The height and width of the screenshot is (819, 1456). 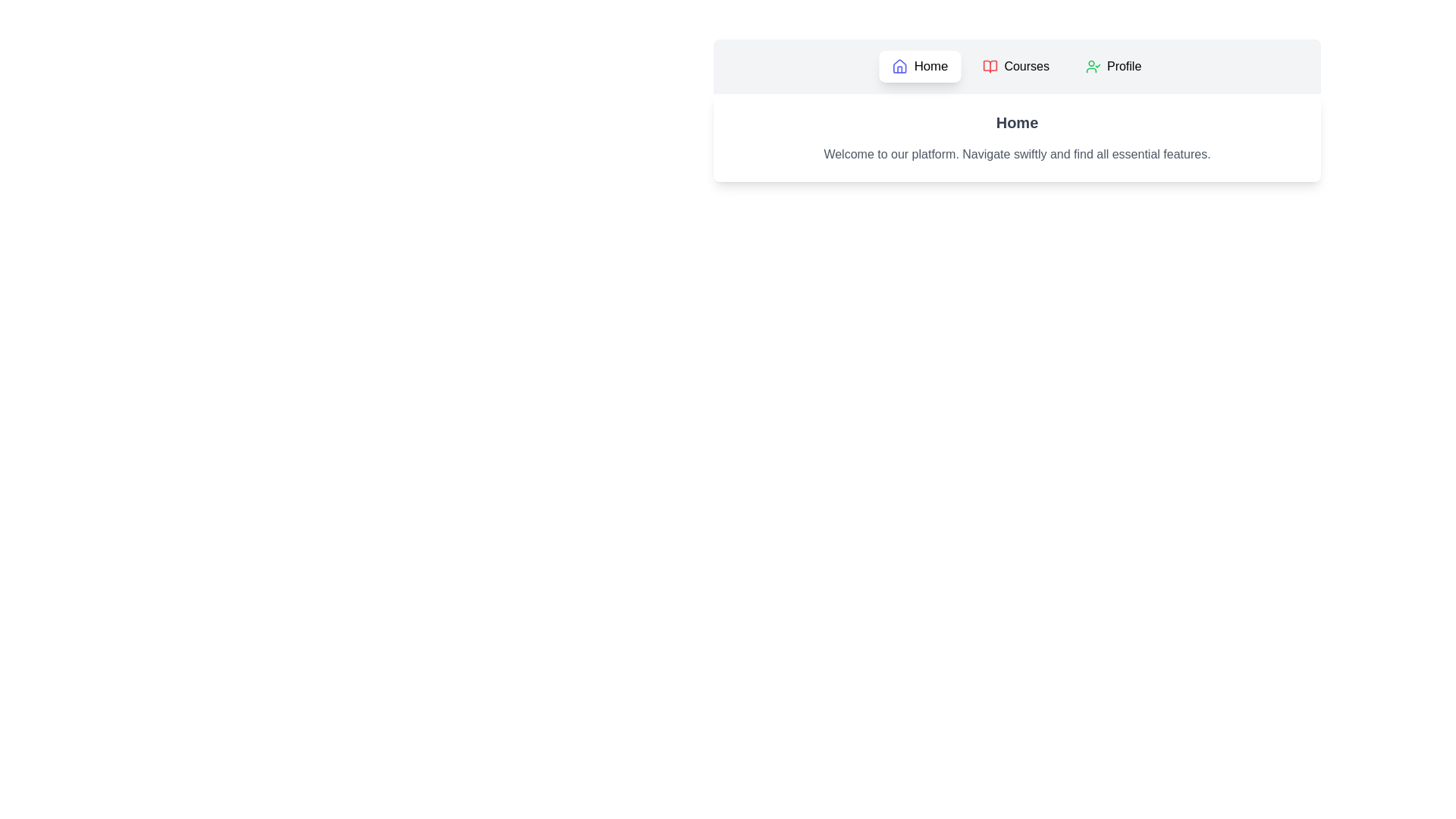 I want to click on the tab labeled Courses, so click(x=1016, y=66).